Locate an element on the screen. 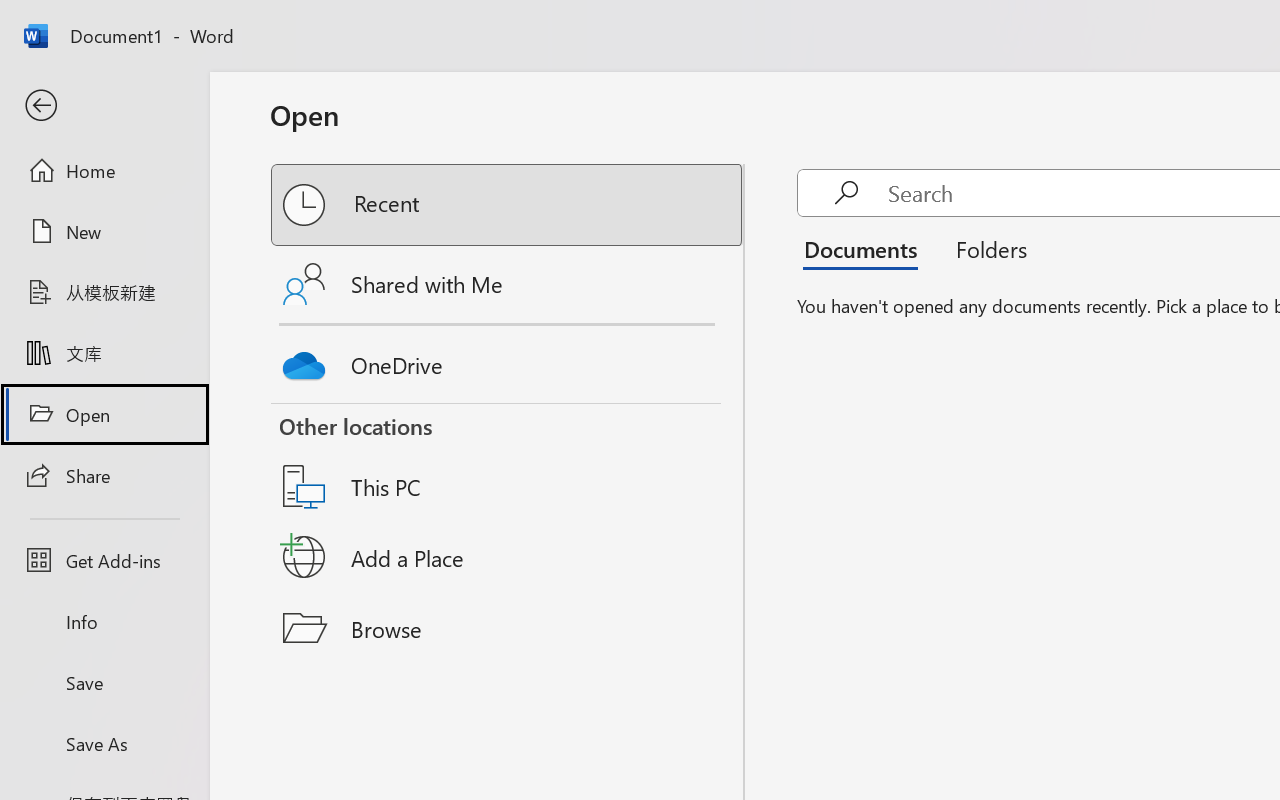  'OneDrive' is located at coordinates (508, 360).